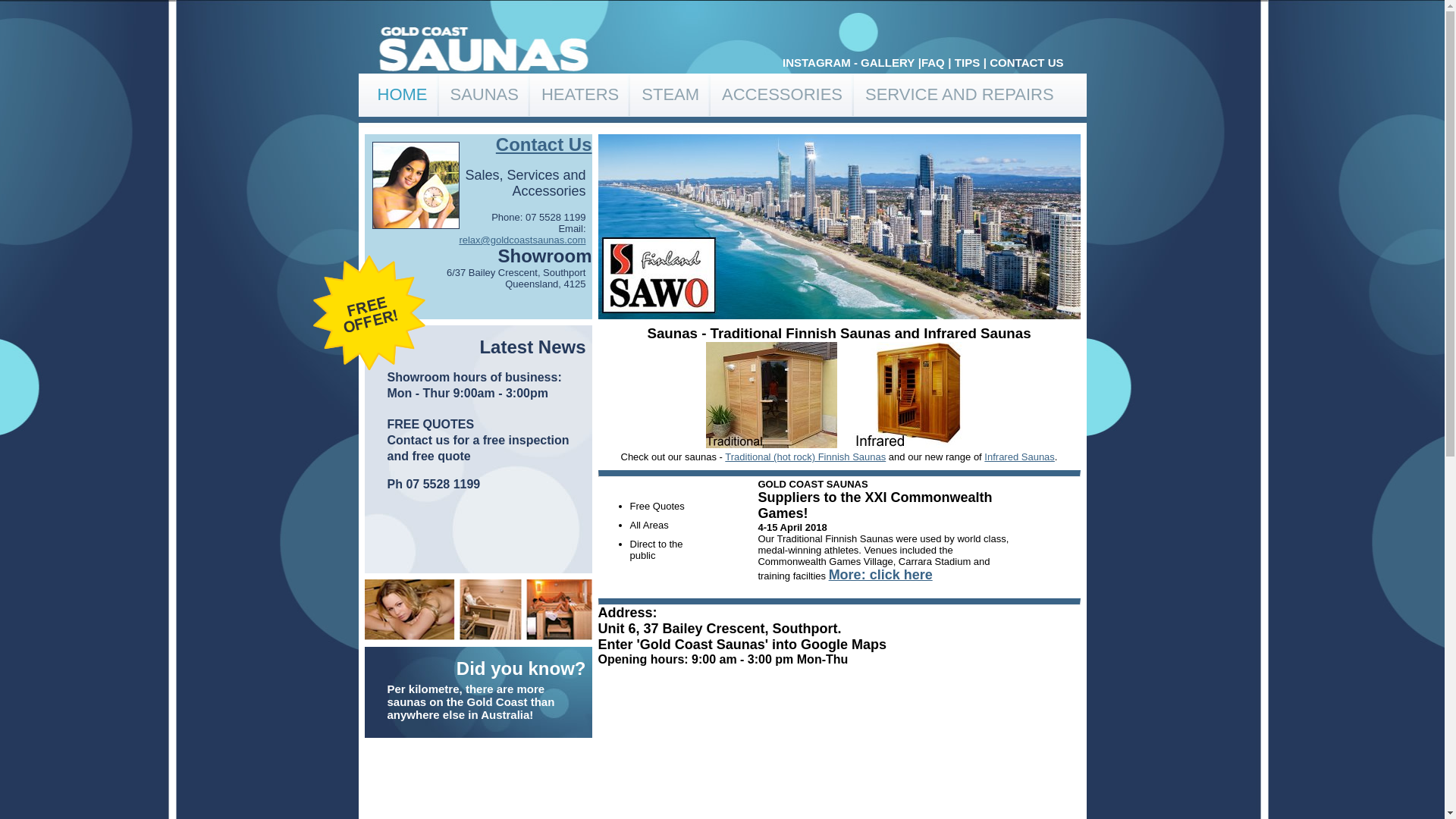 This screenshot has width=1456, height=819. What do you see at coordinates (828, 576) in the screenshot?
I see `'More: click here'` at bounding box center [828, 576].